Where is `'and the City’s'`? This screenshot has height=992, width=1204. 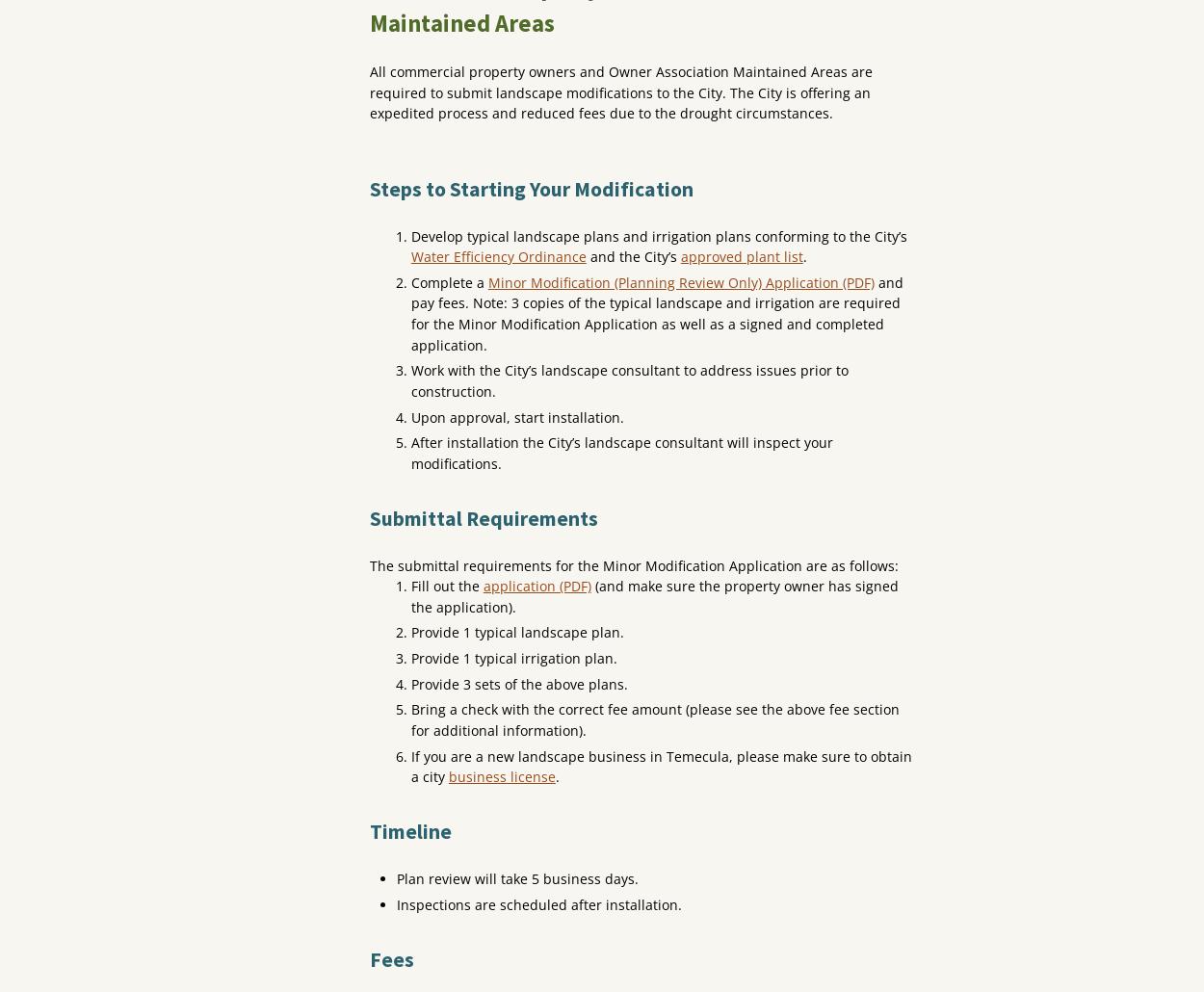 'and the City’s' is located at coordinates (633, 255).